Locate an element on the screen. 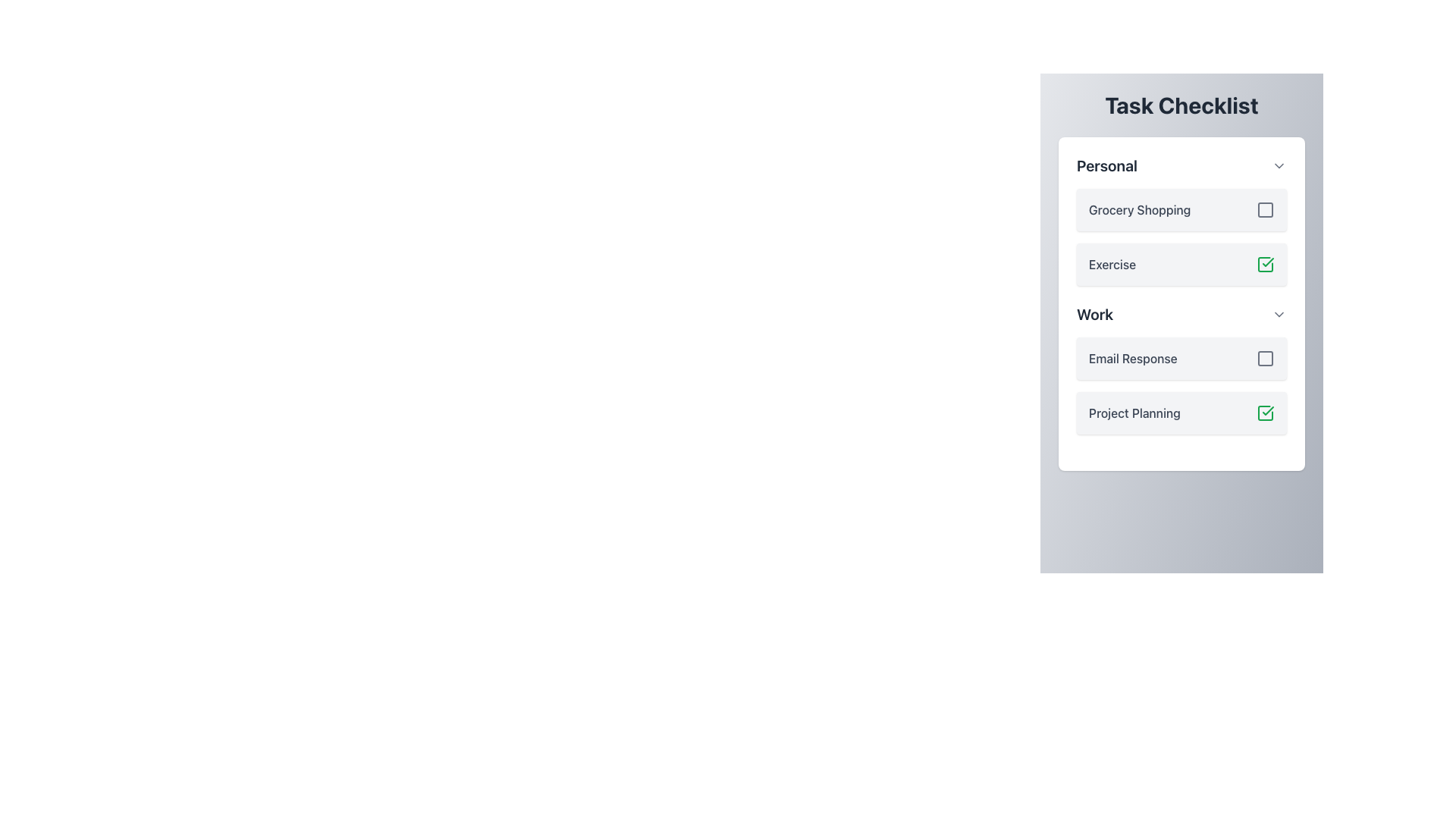 This screenshot has height=819, width=1456. the dropdown toggle icon at the right end of the 'Personal' section title is located at coordinates (1278, 166).